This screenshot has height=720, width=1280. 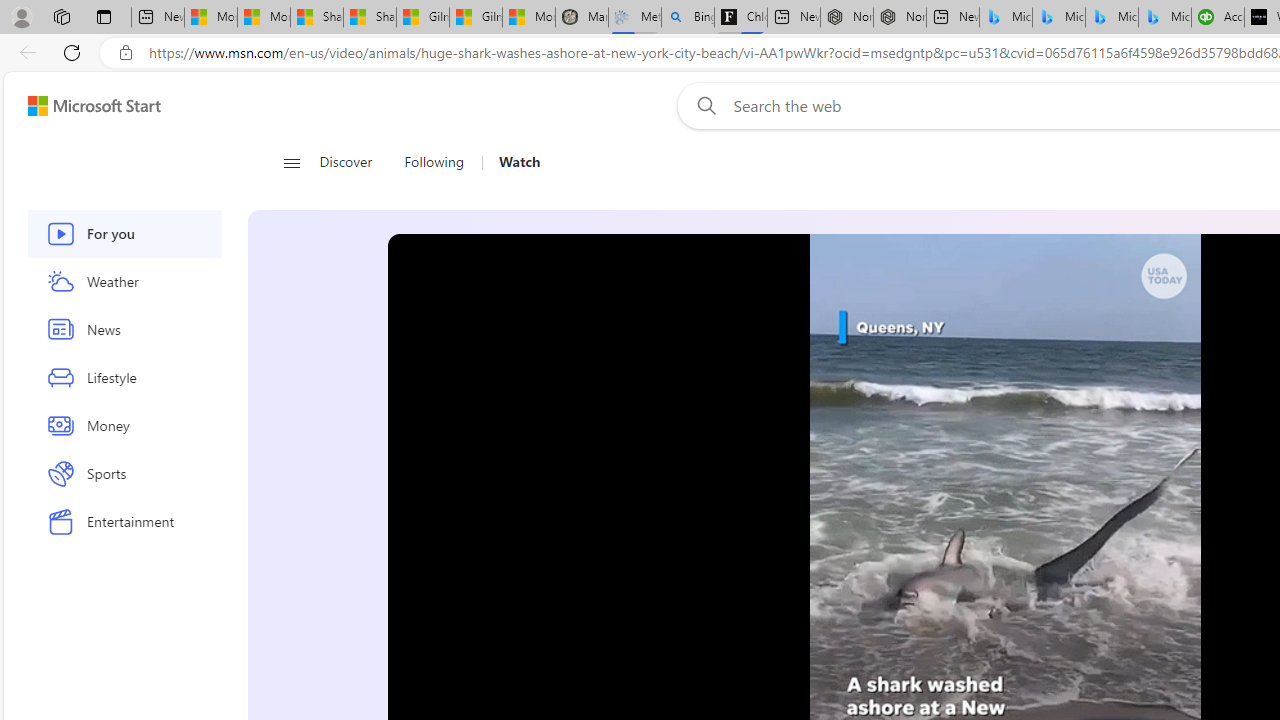 What do you see at coordinates (475, 17) in the screenshot?
I see `'Gilma and Hector both pose tropical trouble for Hawaii'` at bounding box center [475, 17].